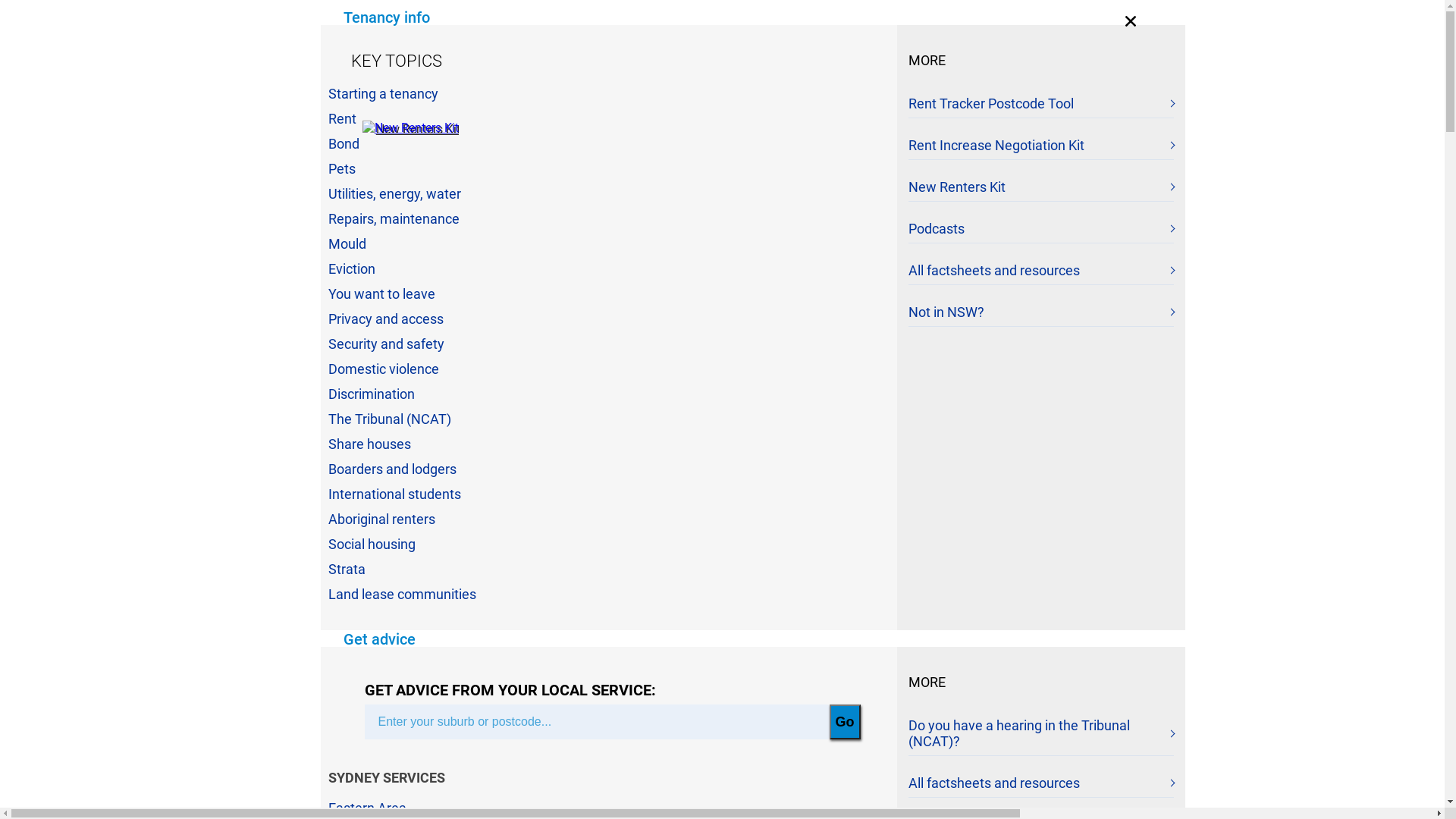  Describe the element at coordinates (327, 369) in the screenshot. I see `'Domestic violence'` at that location.